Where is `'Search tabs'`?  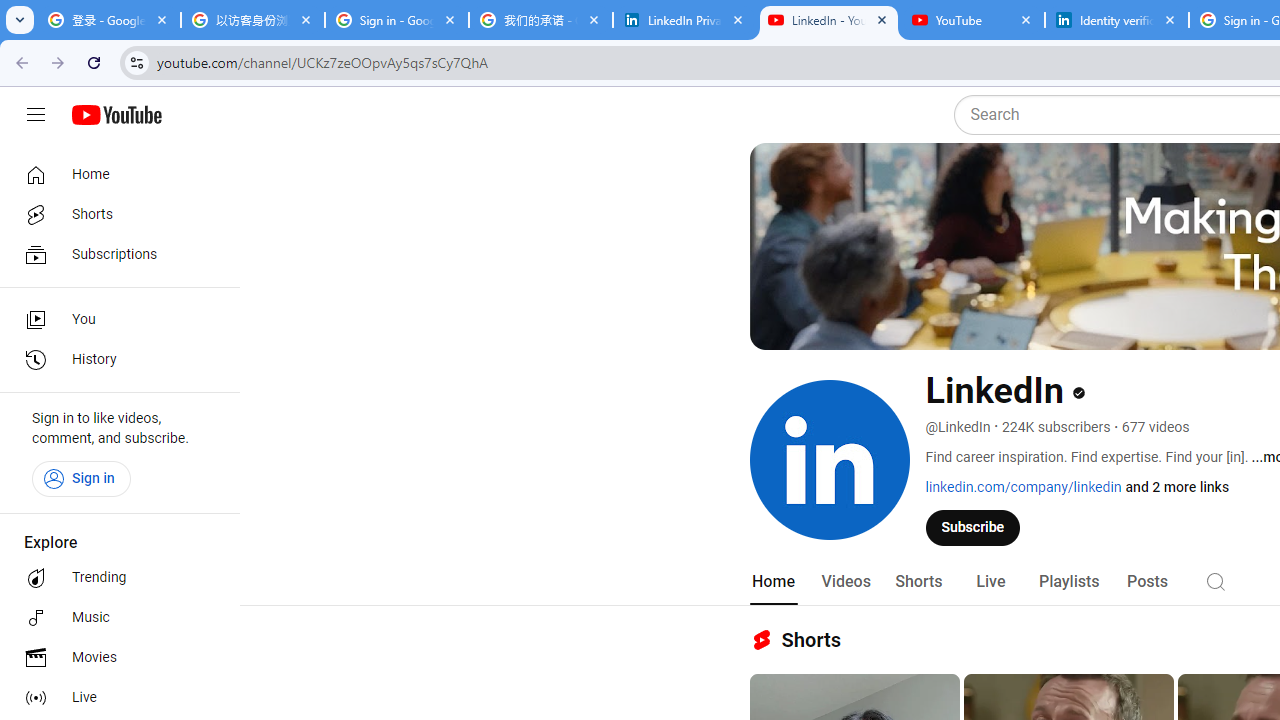 'Search tabs' is located at coordinates (20, 20).